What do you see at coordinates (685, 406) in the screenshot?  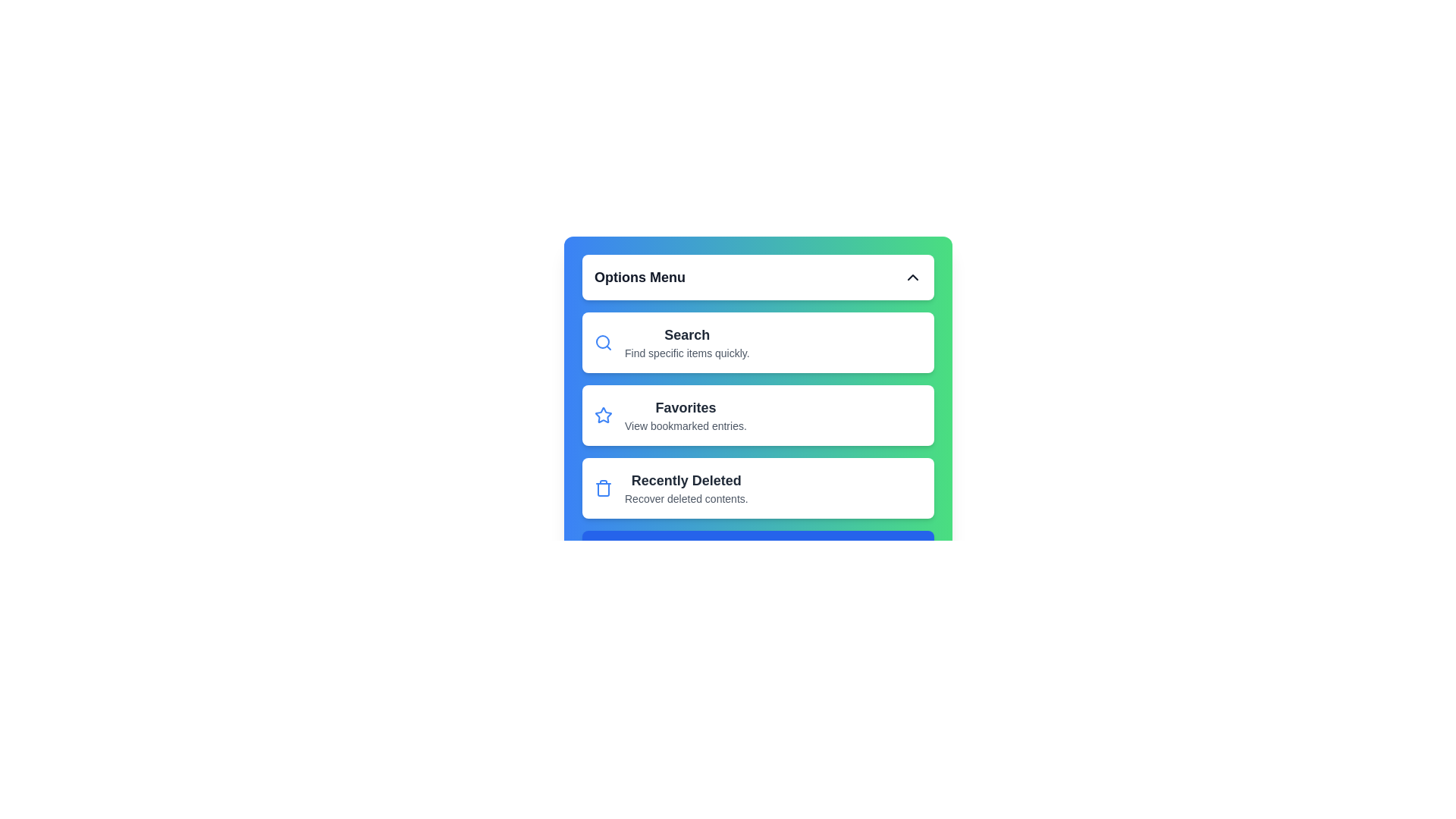 I see `the 'Favorites' label which identifies the 'Favorites' section in the menu interface, positioned between 'Search' and 'Recently Deleted'` at bounding box center [685, 406].